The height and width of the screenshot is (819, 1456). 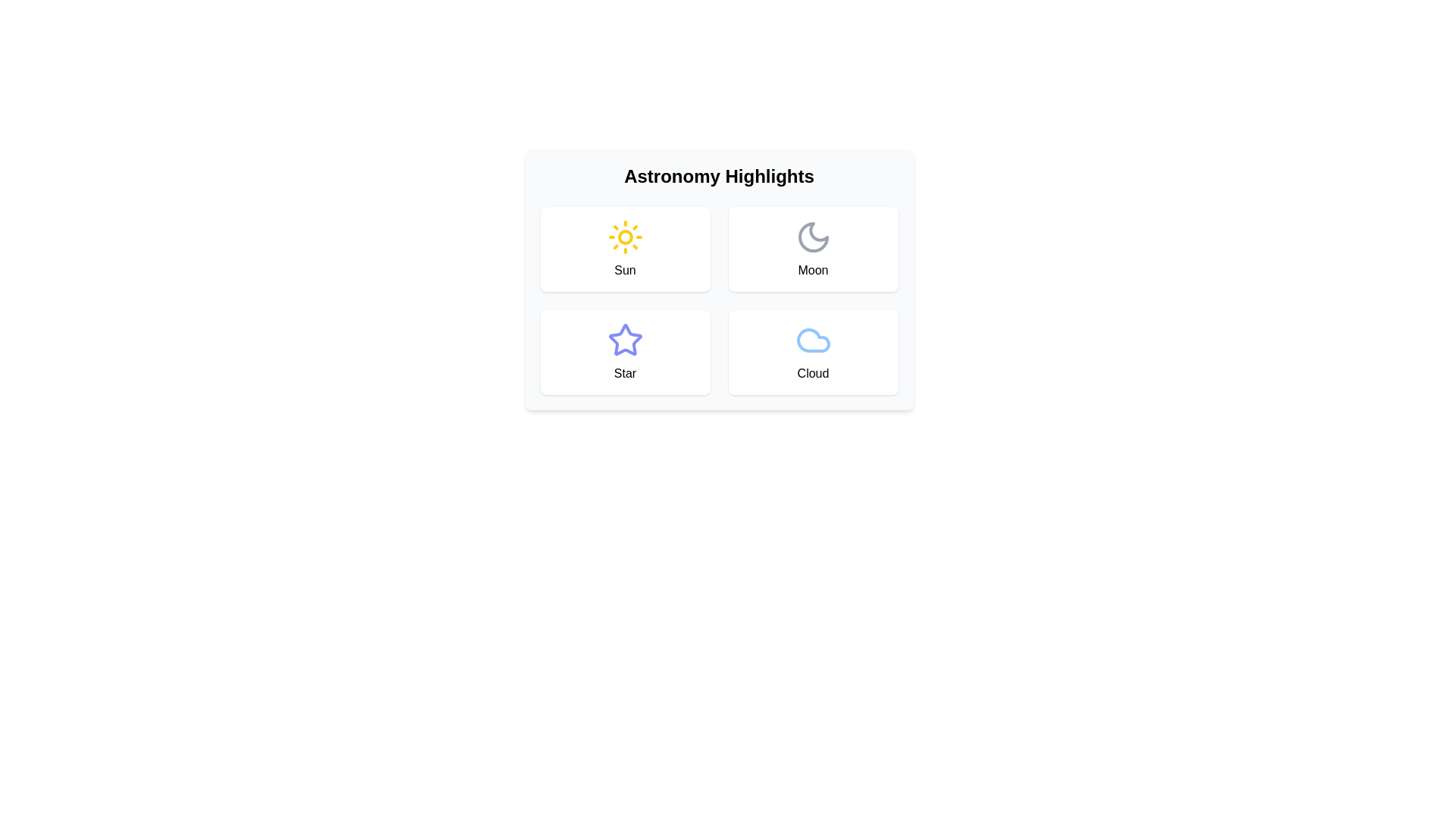 I want to click on the sun icon, which is a bright yellow circular icon with rays, located in the top-left section of the card labeled 'Sun', so click(x=625, y=237).